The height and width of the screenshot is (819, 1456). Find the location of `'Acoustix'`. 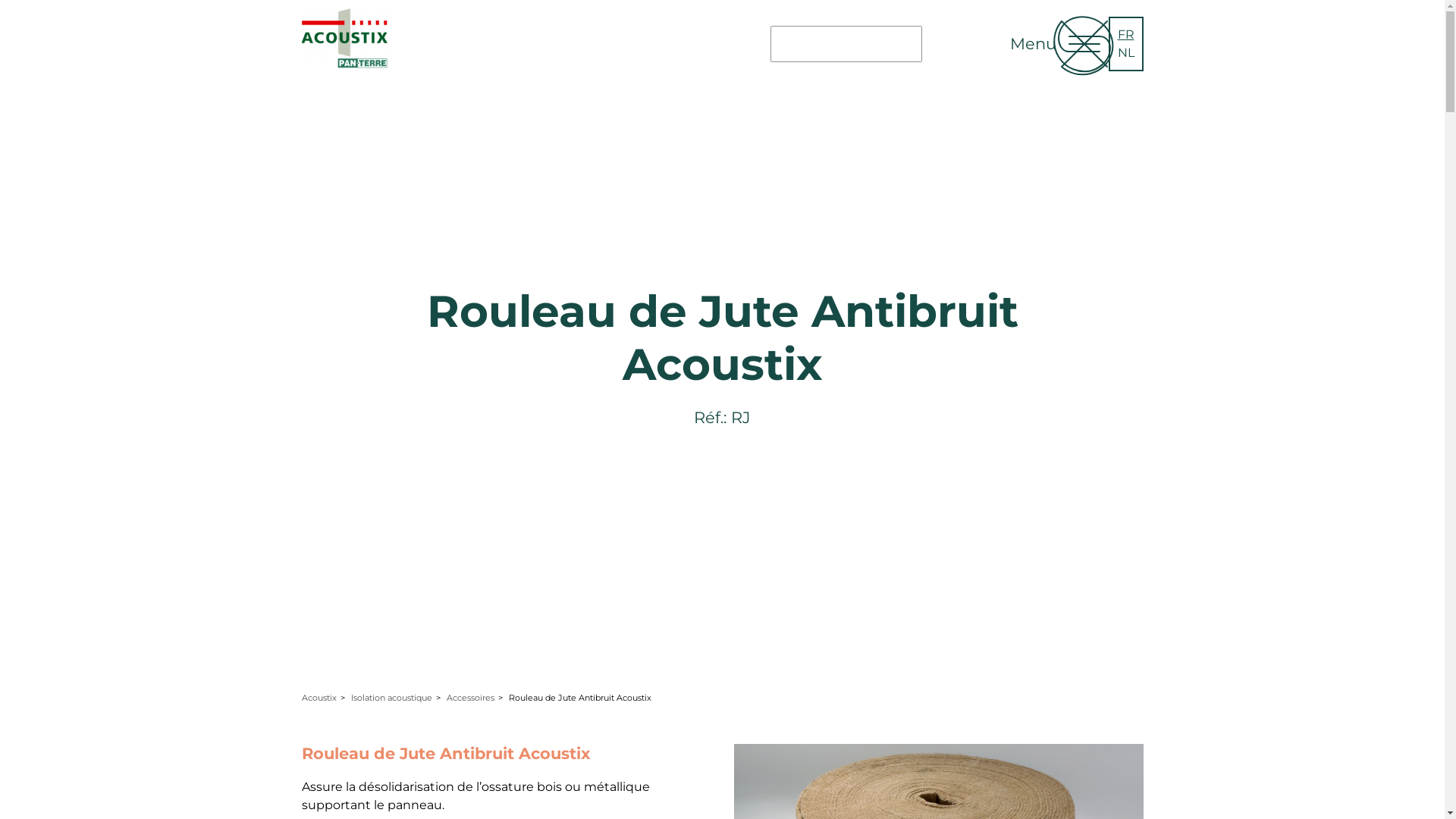

'Acoustix' is located at coordinates (318, 698).